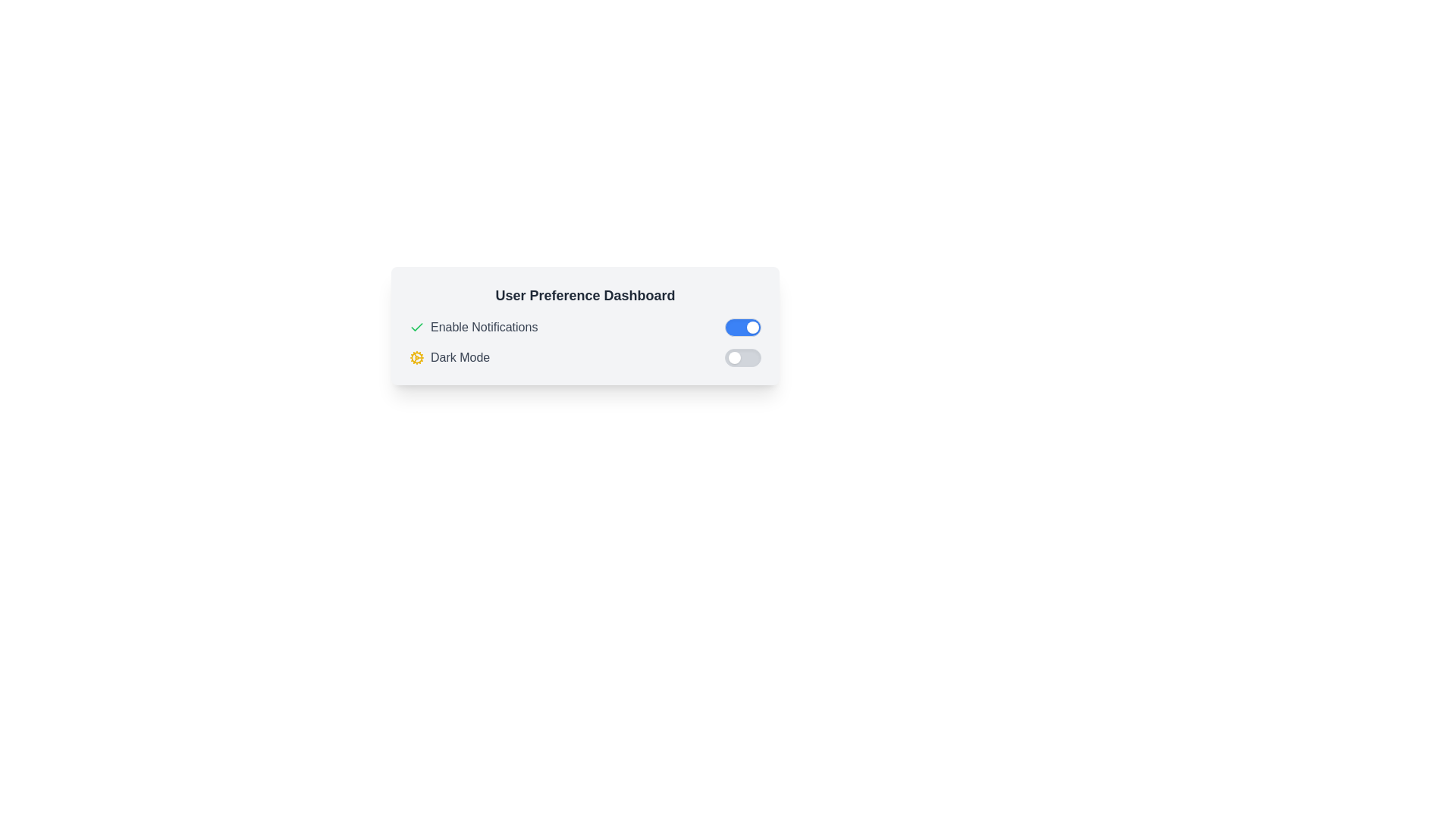 This screenshot has height=819, width=1456. What do you see at coordinates (585, 342) in the screenshot?
I see `the 'Dark Mode' toggle switch located in the Settings toggle group within the User Preference Dashboard card` at bounding box center [585, 342].